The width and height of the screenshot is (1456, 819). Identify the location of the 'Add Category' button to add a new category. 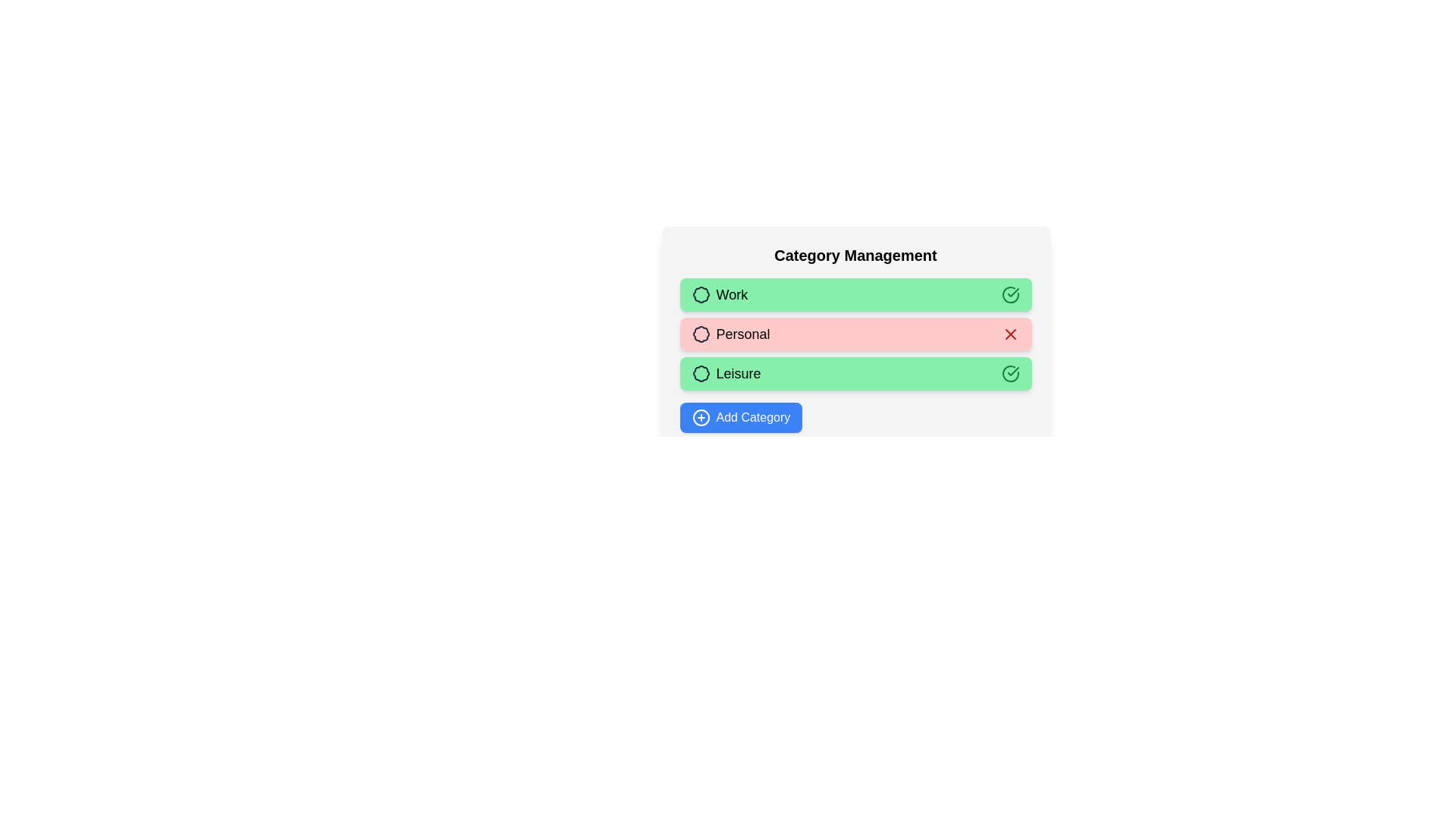
(741, 418).